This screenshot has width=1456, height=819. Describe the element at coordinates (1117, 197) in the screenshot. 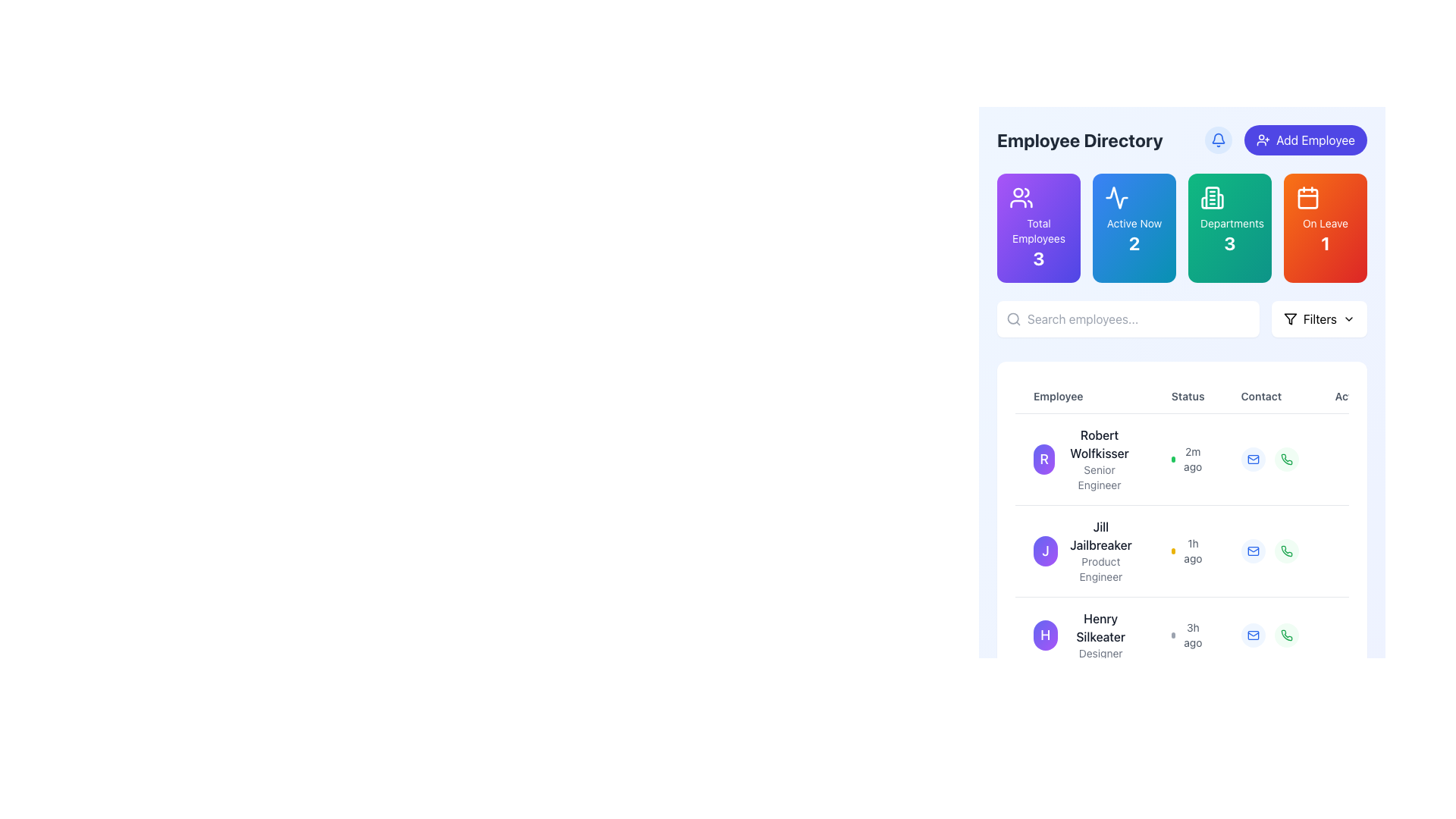

I see `the graphical representation of the SVG icon within the blue 'Active Now' card labeled 'Active Now' with the number '2' beneath it, which is the second card under 'Employee Directory'` at that location.